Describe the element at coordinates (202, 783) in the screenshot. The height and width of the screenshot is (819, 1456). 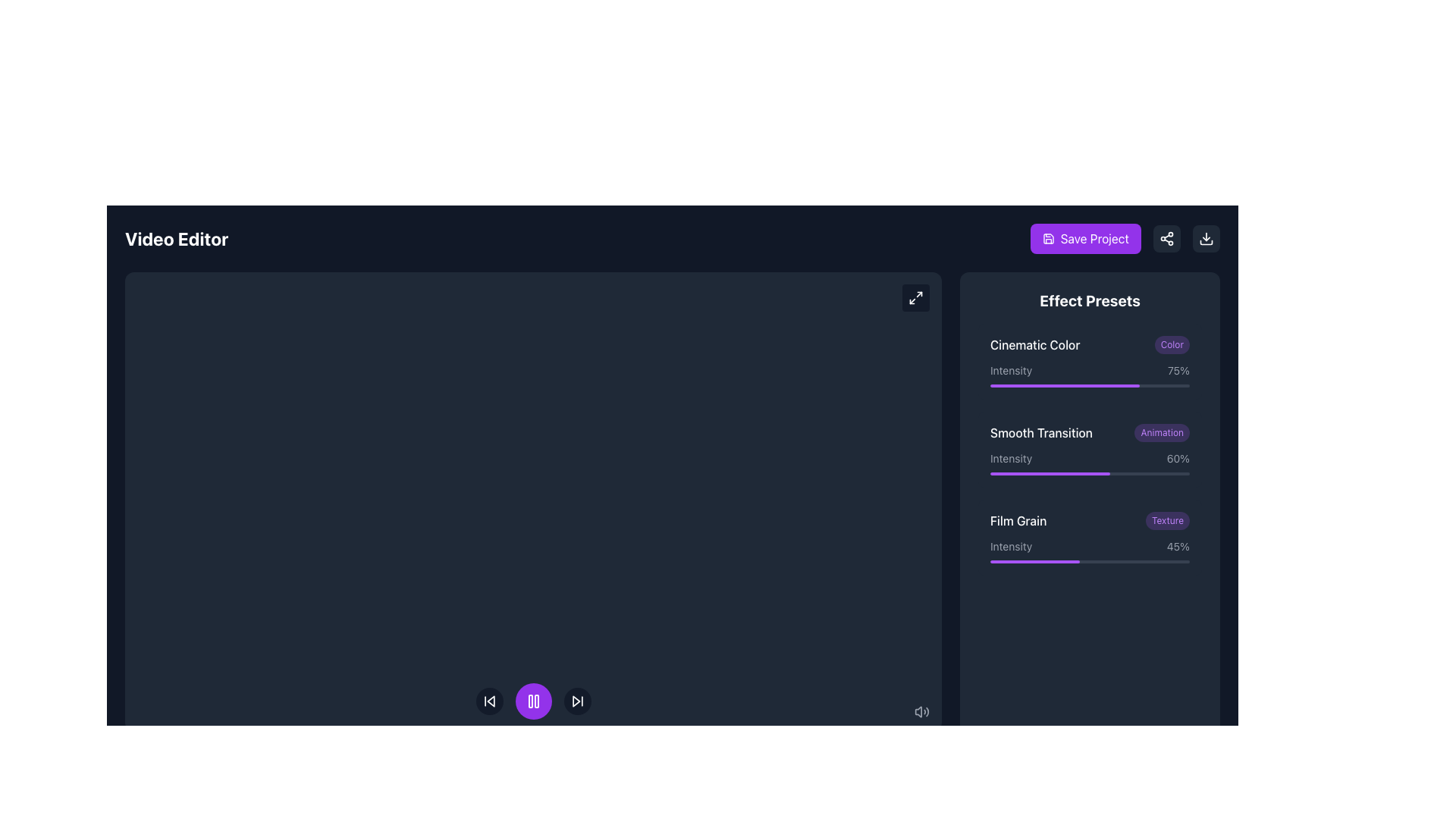
I see `the video track management button located at the bottom-left section of the interface` at that location.